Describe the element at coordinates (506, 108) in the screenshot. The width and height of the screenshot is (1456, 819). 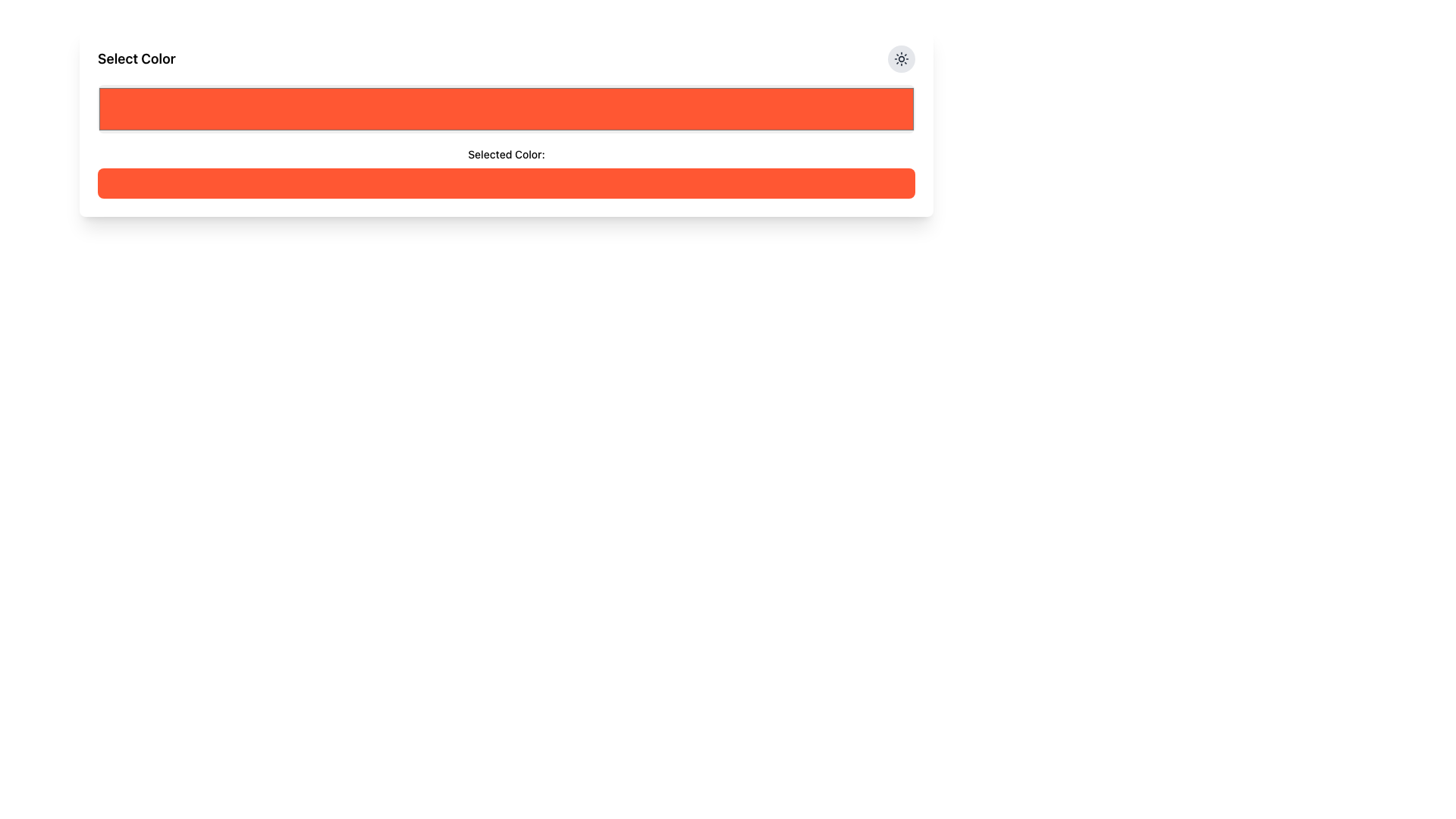
I see `the Color Input element, which allows users to select a color represented by an orange shade (#FF5733), using keyboard navigation` at that location.